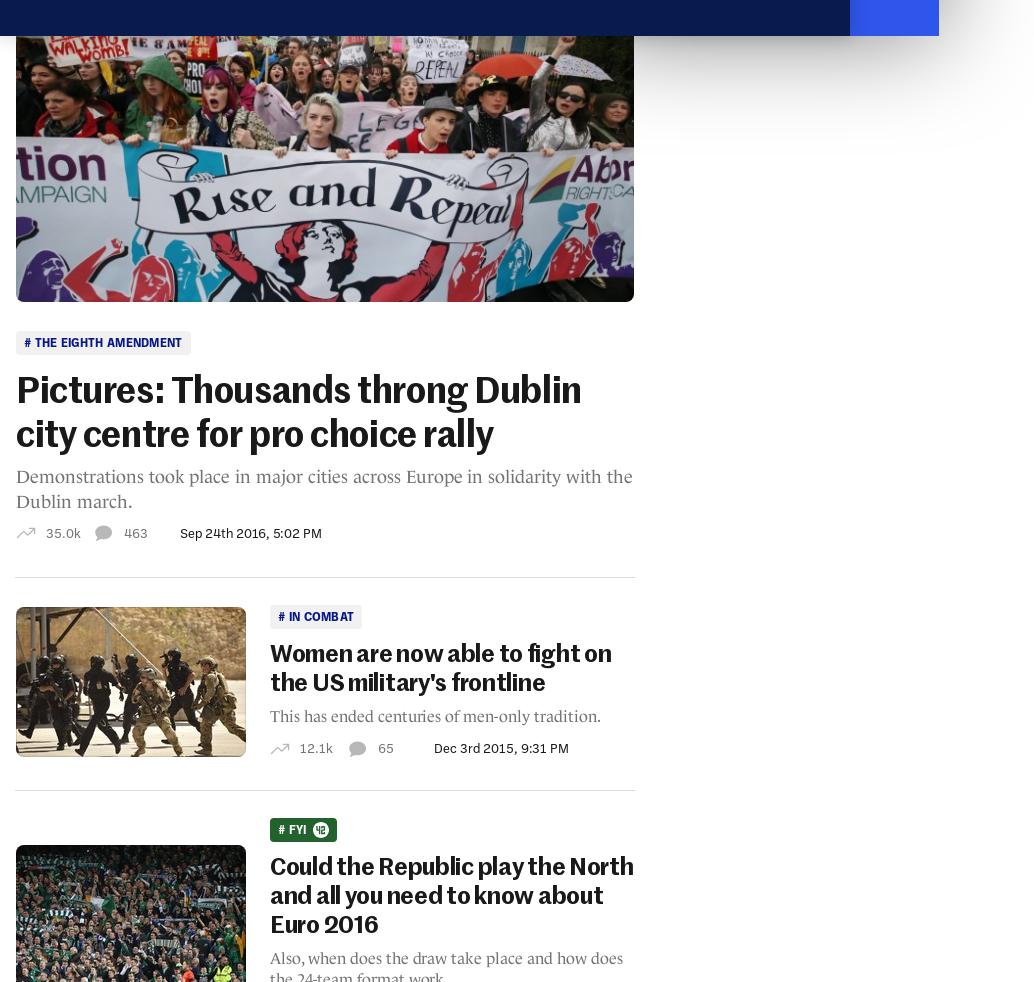  Describe the element at coordinates (135, 531) in the screenshot. I see `'463'` at that location.